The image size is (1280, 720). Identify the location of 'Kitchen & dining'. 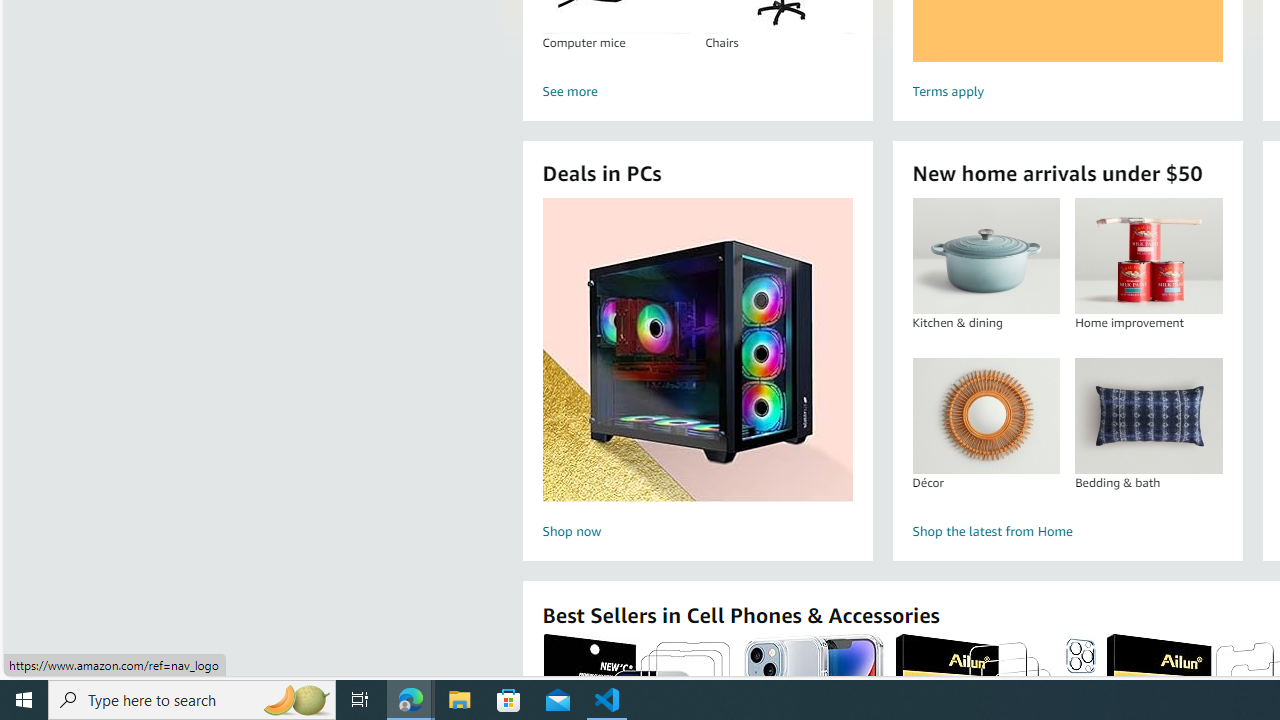
(985, 255).